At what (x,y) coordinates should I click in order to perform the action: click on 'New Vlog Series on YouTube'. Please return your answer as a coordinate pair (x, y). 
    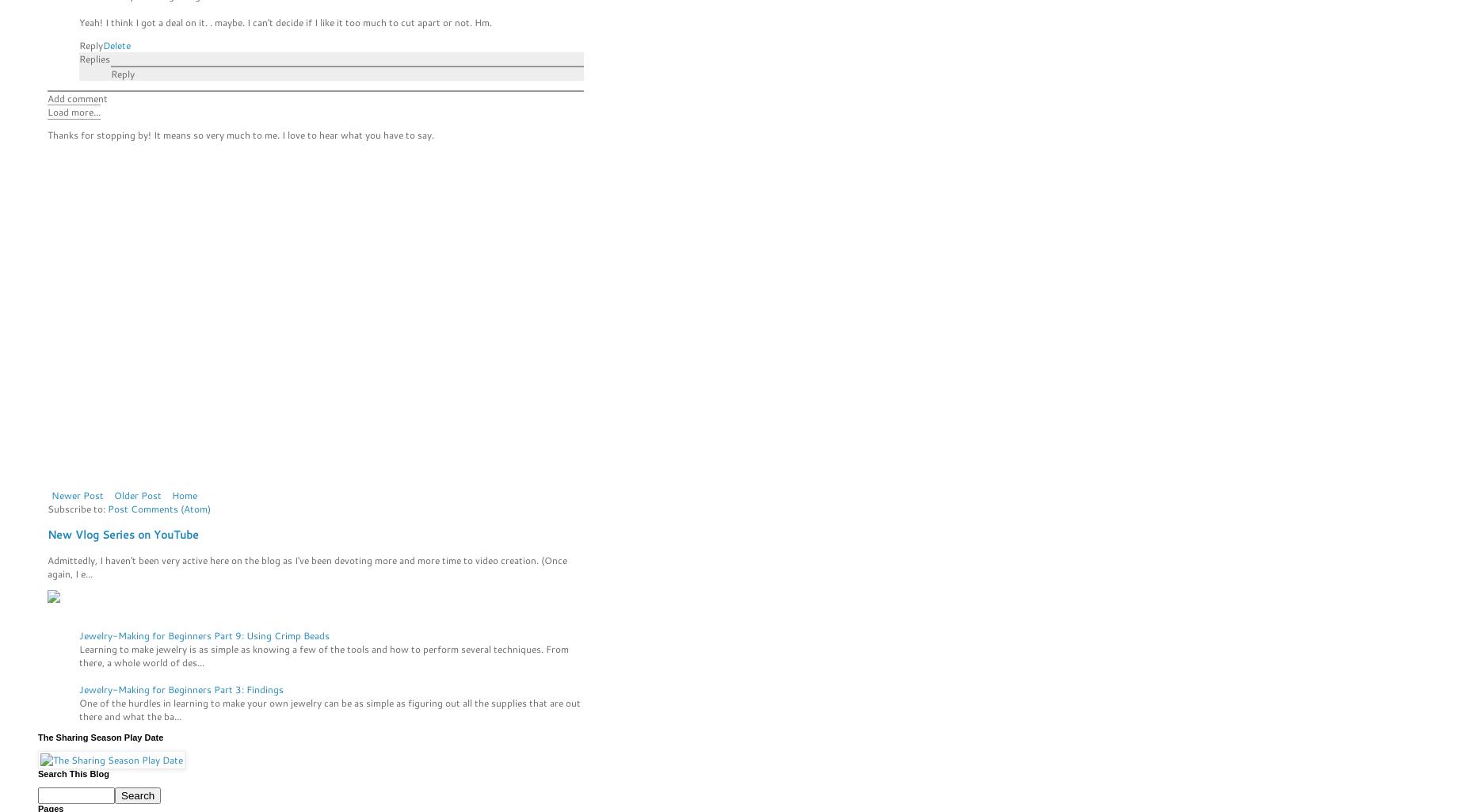
    Looking at the image, I should click on (123, 534).